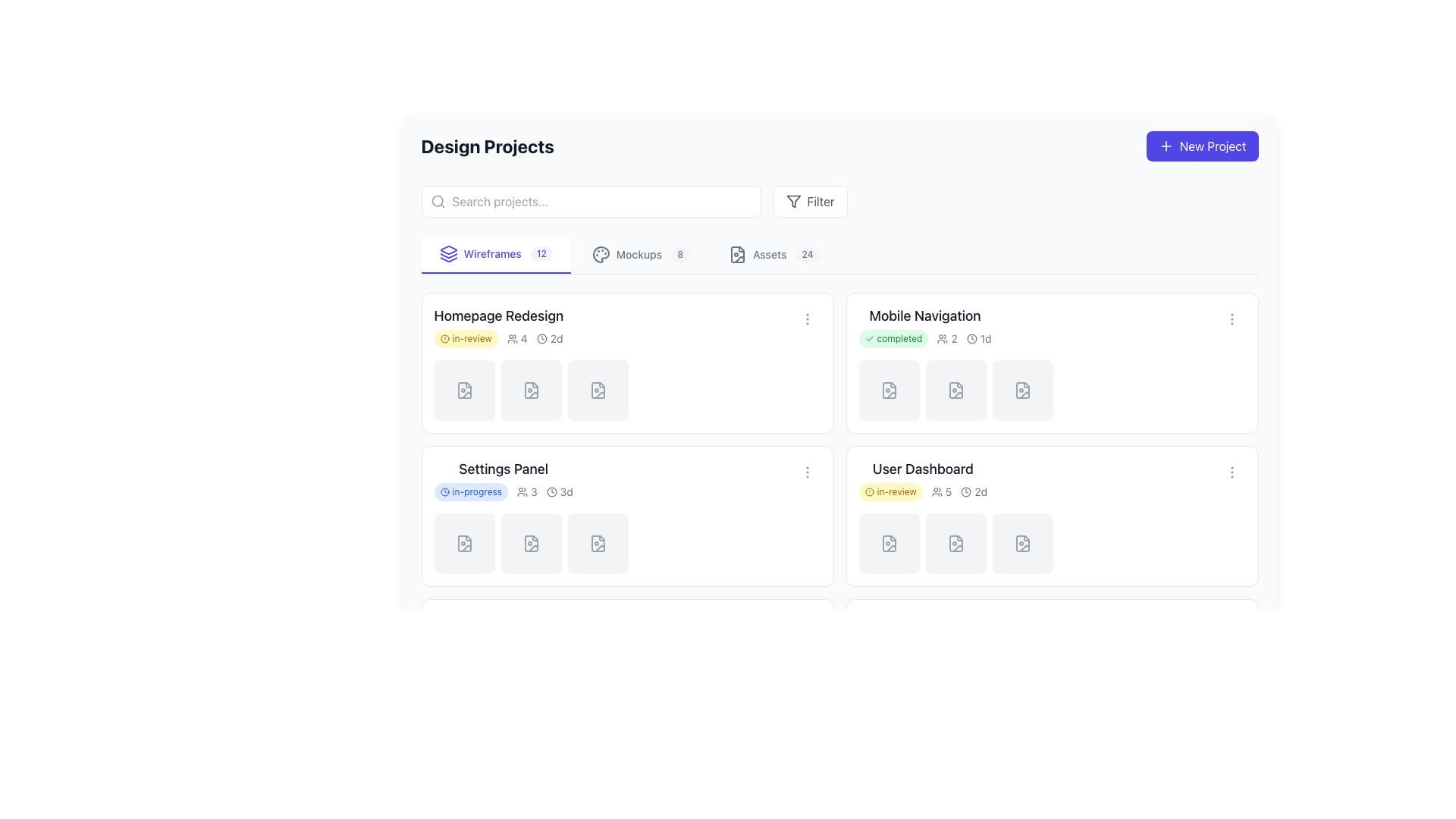 The width and height of the screenshot is (1456, 819). Describe the element at coordinates (955, 543) in the screenshot. I see `the file icon, which is the second icon from the left in the bottom row of icons within the 'User Dashboard' section` at that location.